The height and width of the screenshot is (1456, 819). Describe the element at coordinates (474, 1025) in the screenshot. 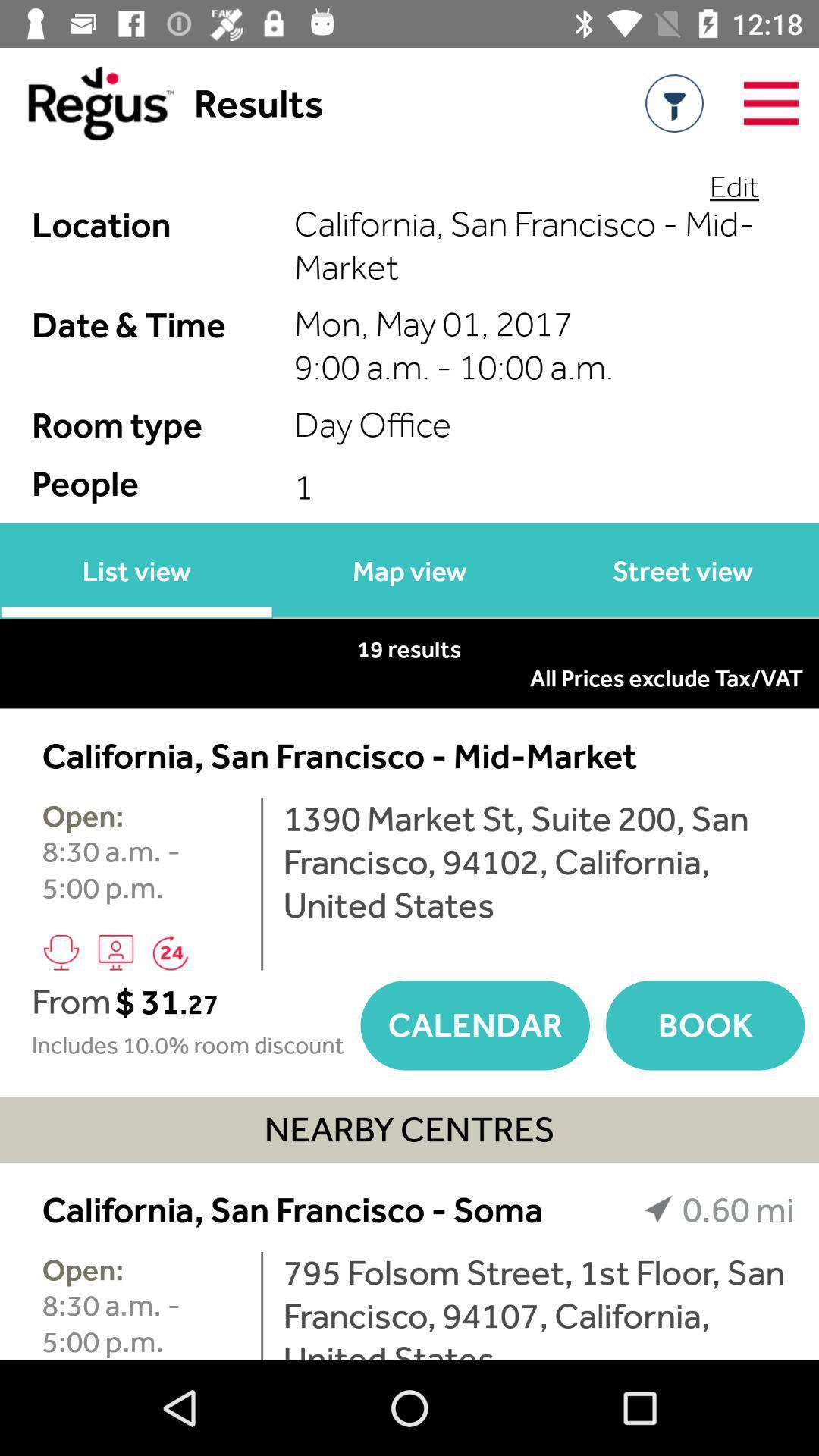

I see `the icon to the left of book icon` at that location.